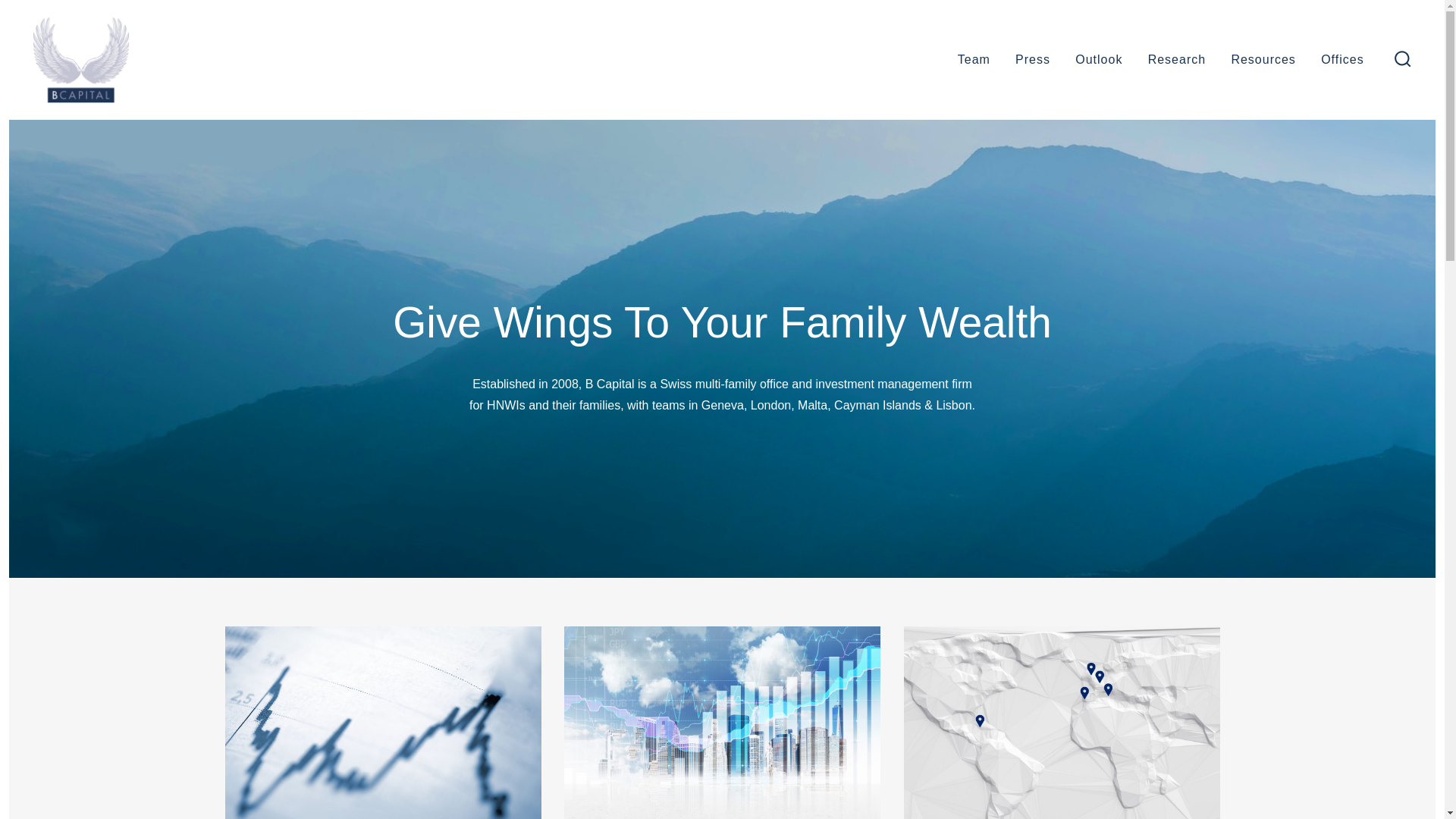 The image size is (1456, 819). Describe the element at coordinates (1074, 59) in the screenshot. I see `'Outlook'` at that location.